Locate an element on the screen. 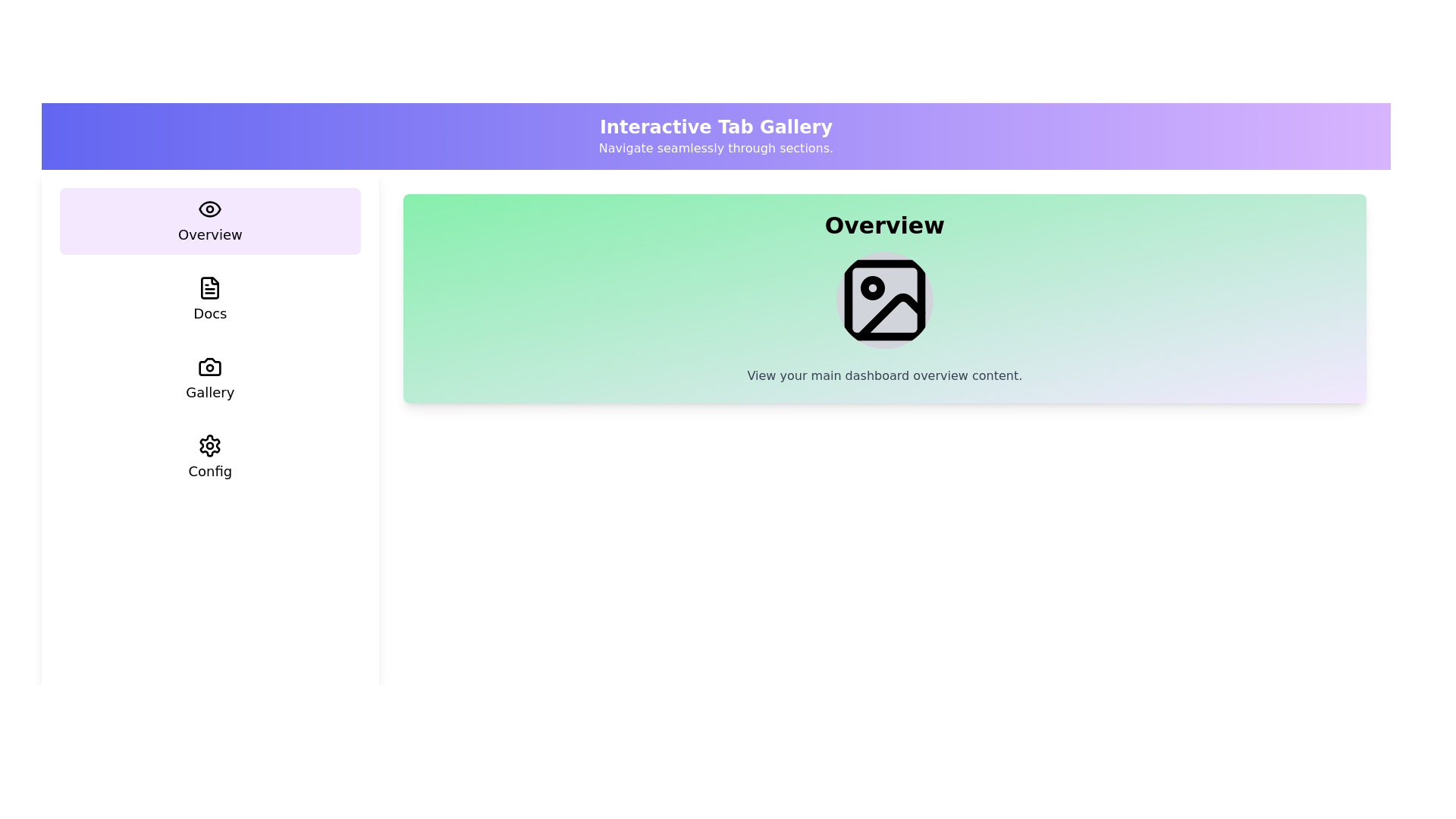 This screenshot has height=819, width=1456. the tab named Overview by clicking its icon is located at coordinates (209, 221).